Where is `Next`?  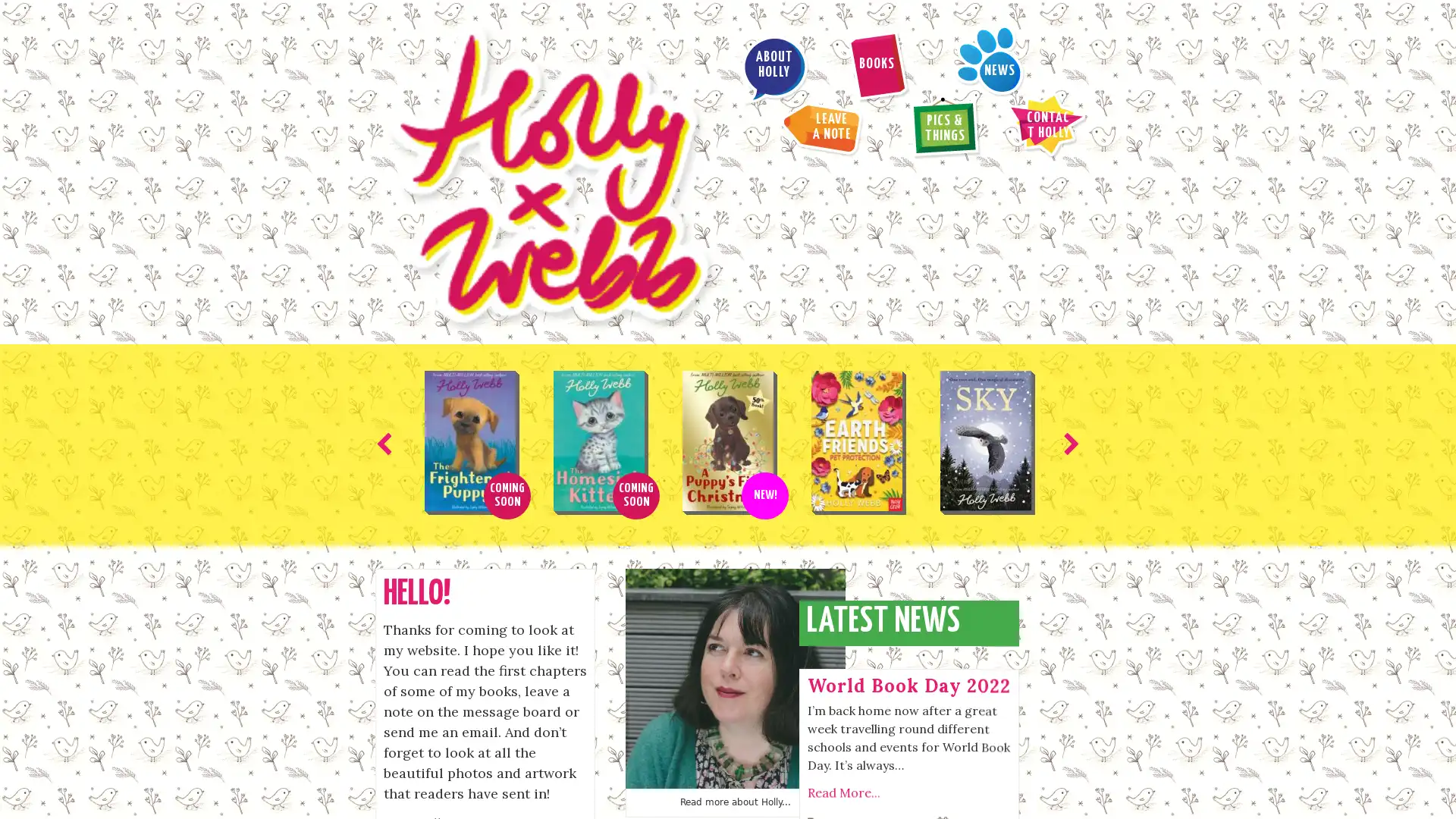
Next is located at coordinates (815, 769).